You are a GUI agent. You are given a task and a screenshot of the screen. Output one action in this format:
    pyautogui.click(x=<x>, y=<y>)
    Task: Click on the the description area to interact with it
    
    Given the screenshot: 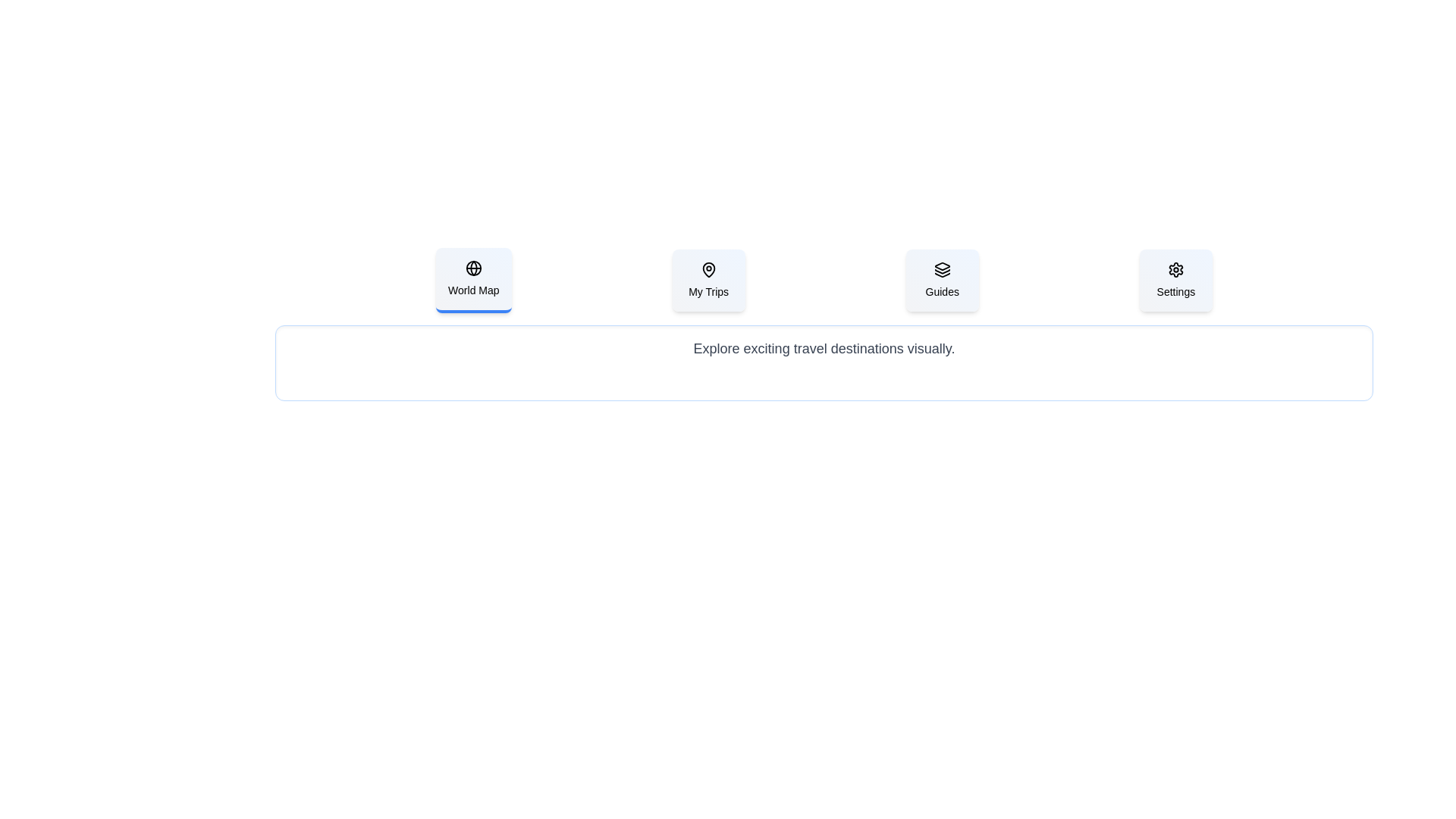 What is the action you would take?
    pyautogui.click(x=823, y=362)
    